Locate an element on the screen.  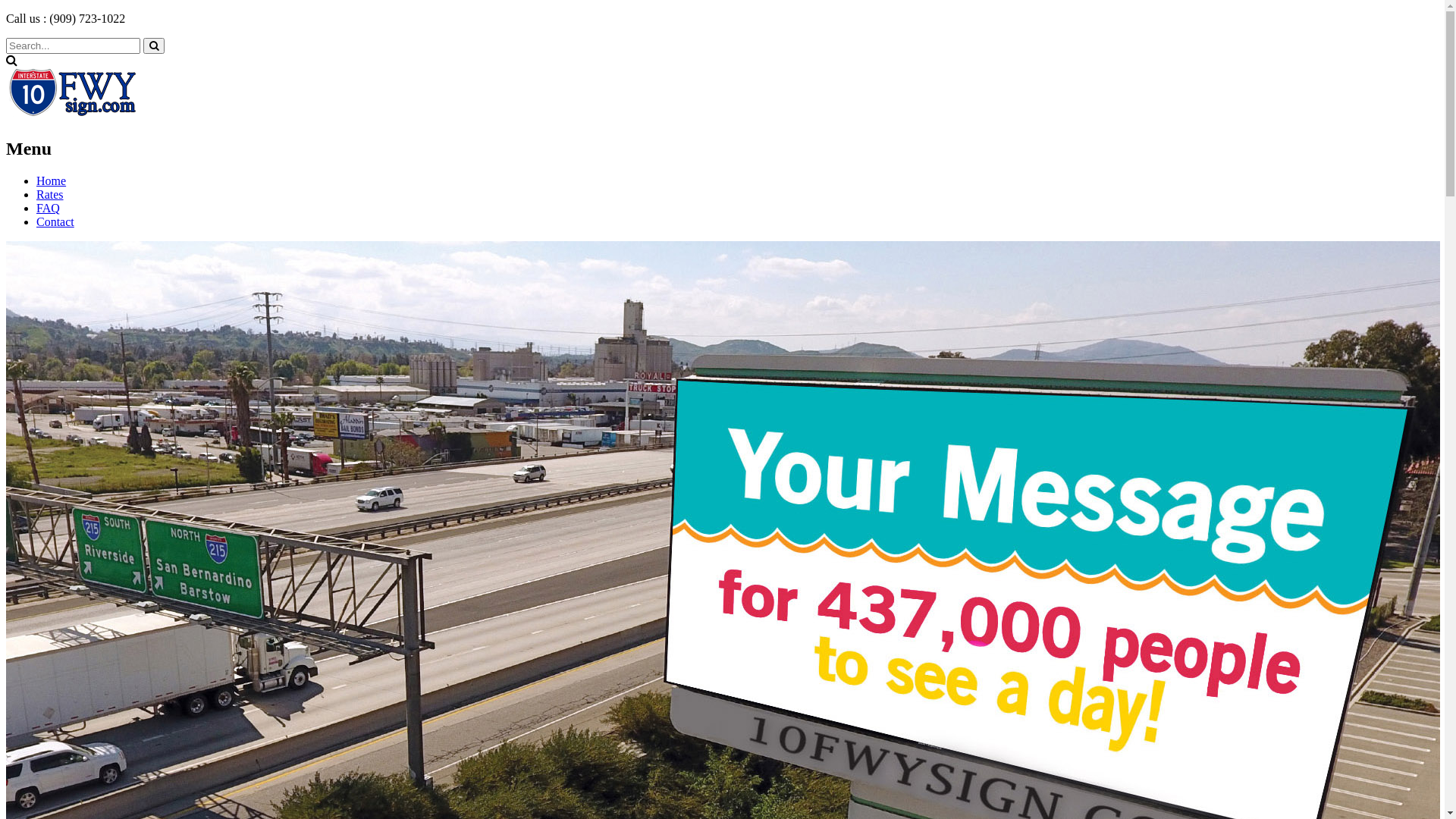
'Rates' is located at coordinates (50, 193).